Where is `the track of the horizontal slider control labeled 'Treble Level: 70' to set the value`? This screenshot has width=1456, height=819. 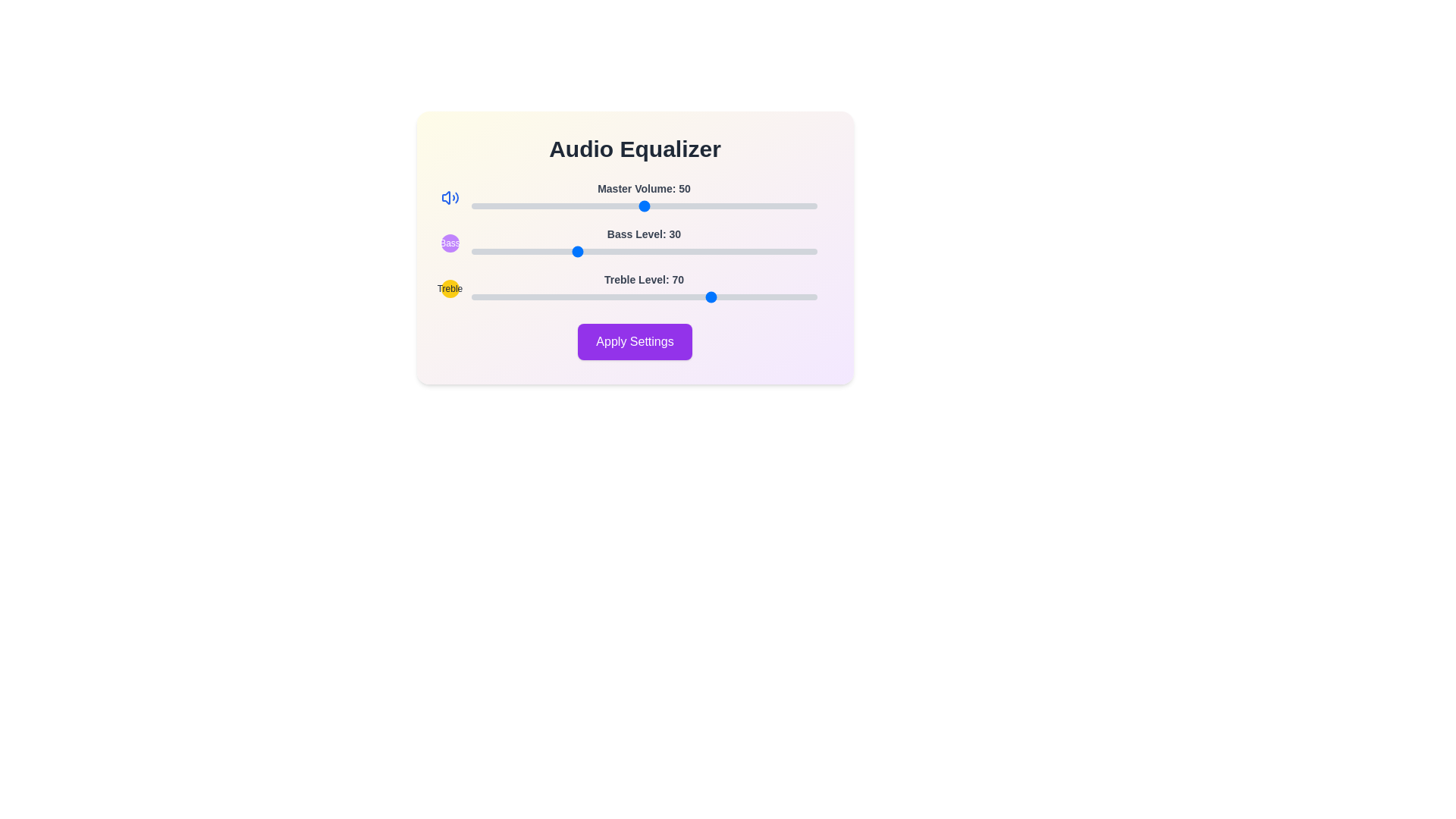 the track of the horizontal slider control labeled 'Treble Level: 70' to set the value is located at coordinates (644, 297).